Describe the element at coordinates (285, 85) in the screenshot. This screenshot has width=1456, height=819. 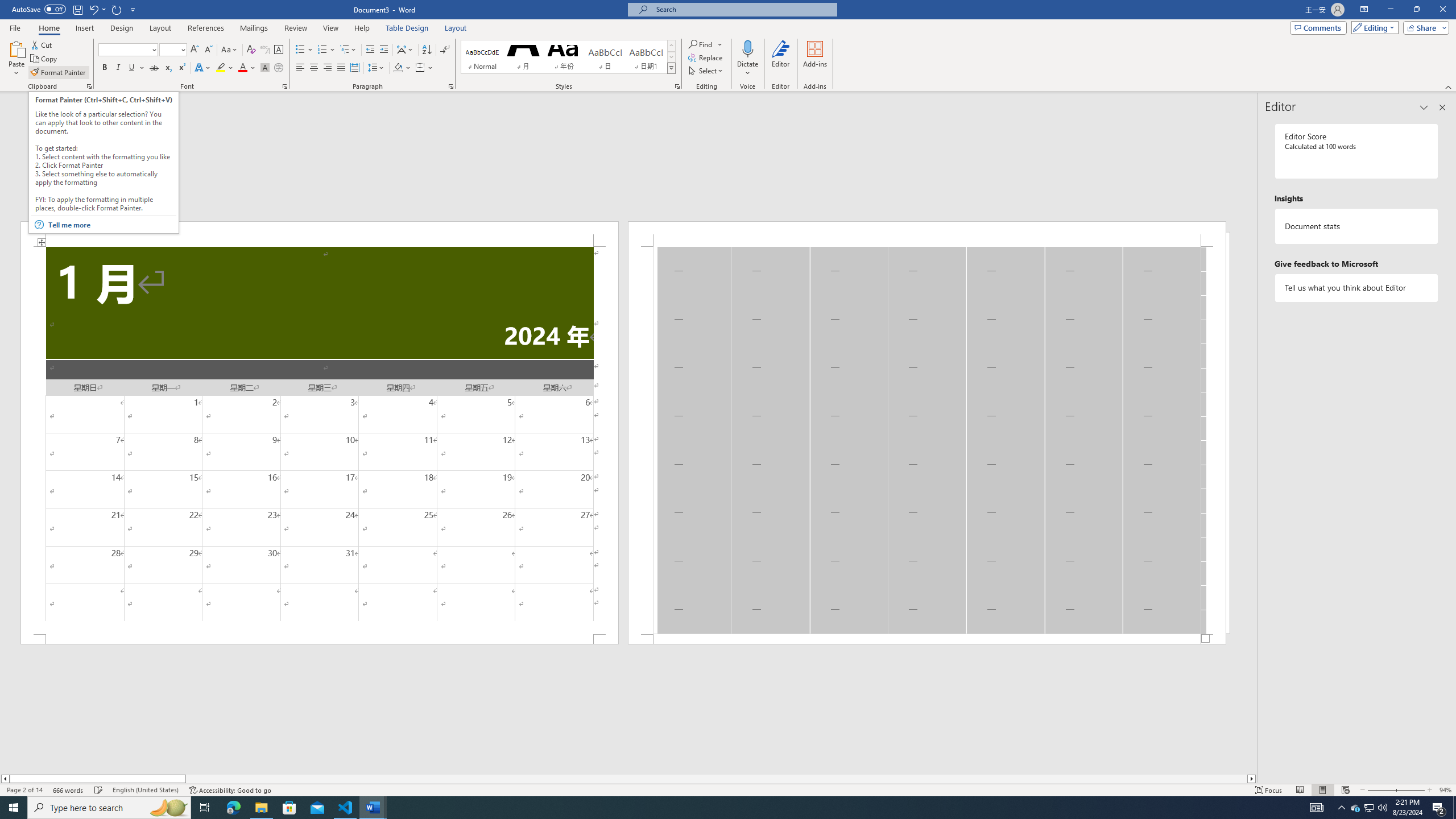
I see `'Font...'` at that location.